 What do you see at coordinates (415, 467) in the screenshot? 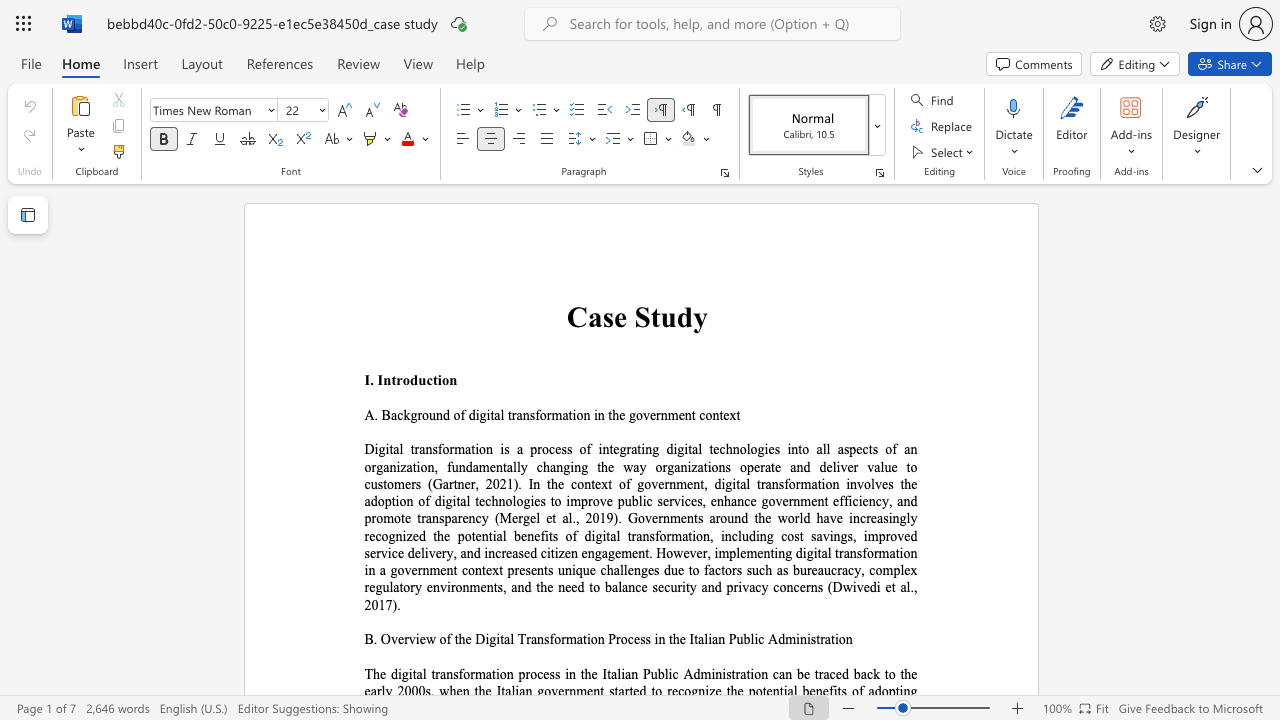
I see `the subset text "ion, fundamentally changing the way org" within the text "Digital transformation is a process of integrating digital technologies into all aspects of an organization, fundamentally changing the way organizations"` at bounding box center [415, 467].